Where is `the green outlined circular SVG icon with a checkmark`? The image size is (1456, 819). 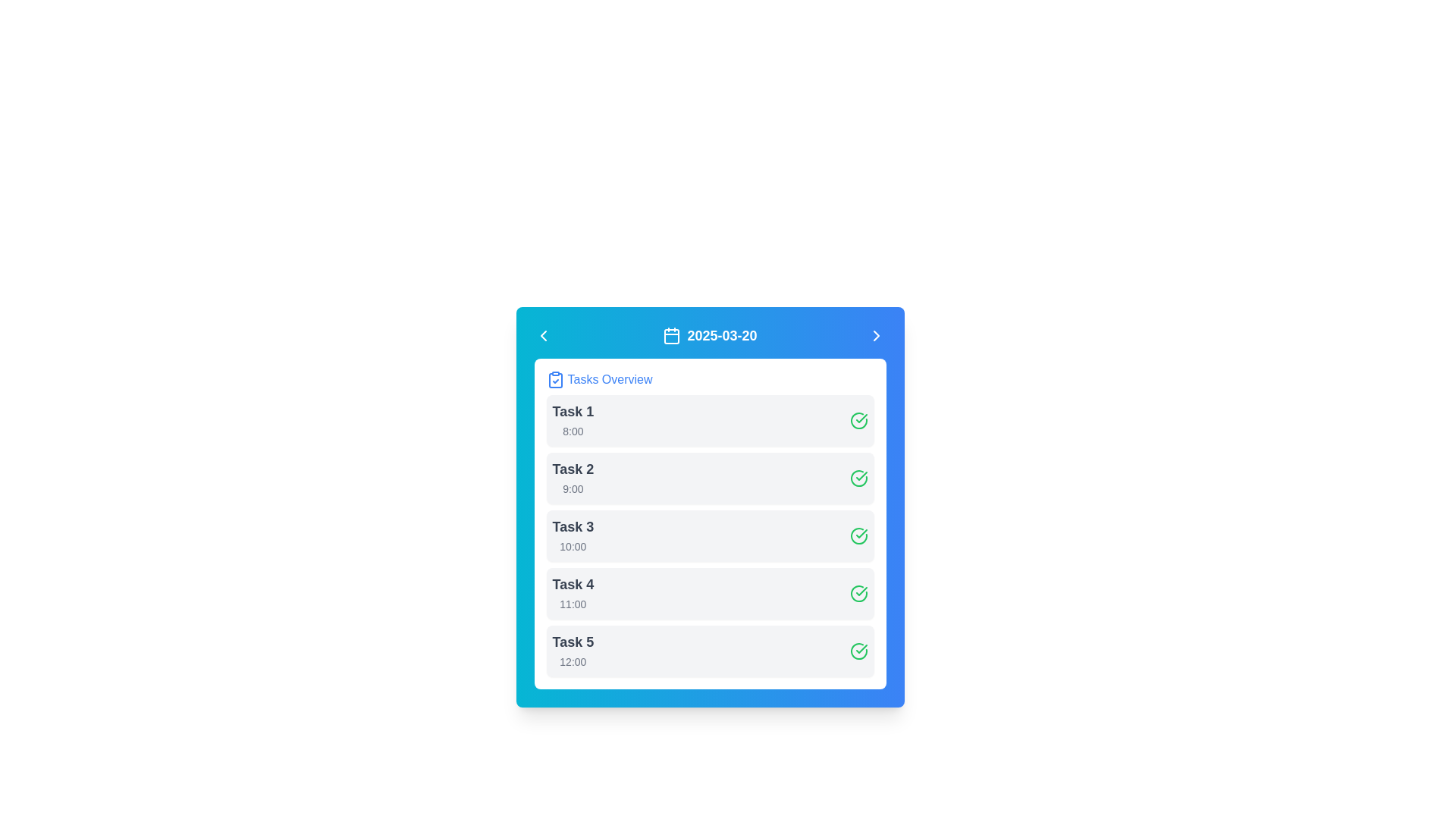
the green outlined circular SVG icon with a checkmark is located at coordinates (858, 535).